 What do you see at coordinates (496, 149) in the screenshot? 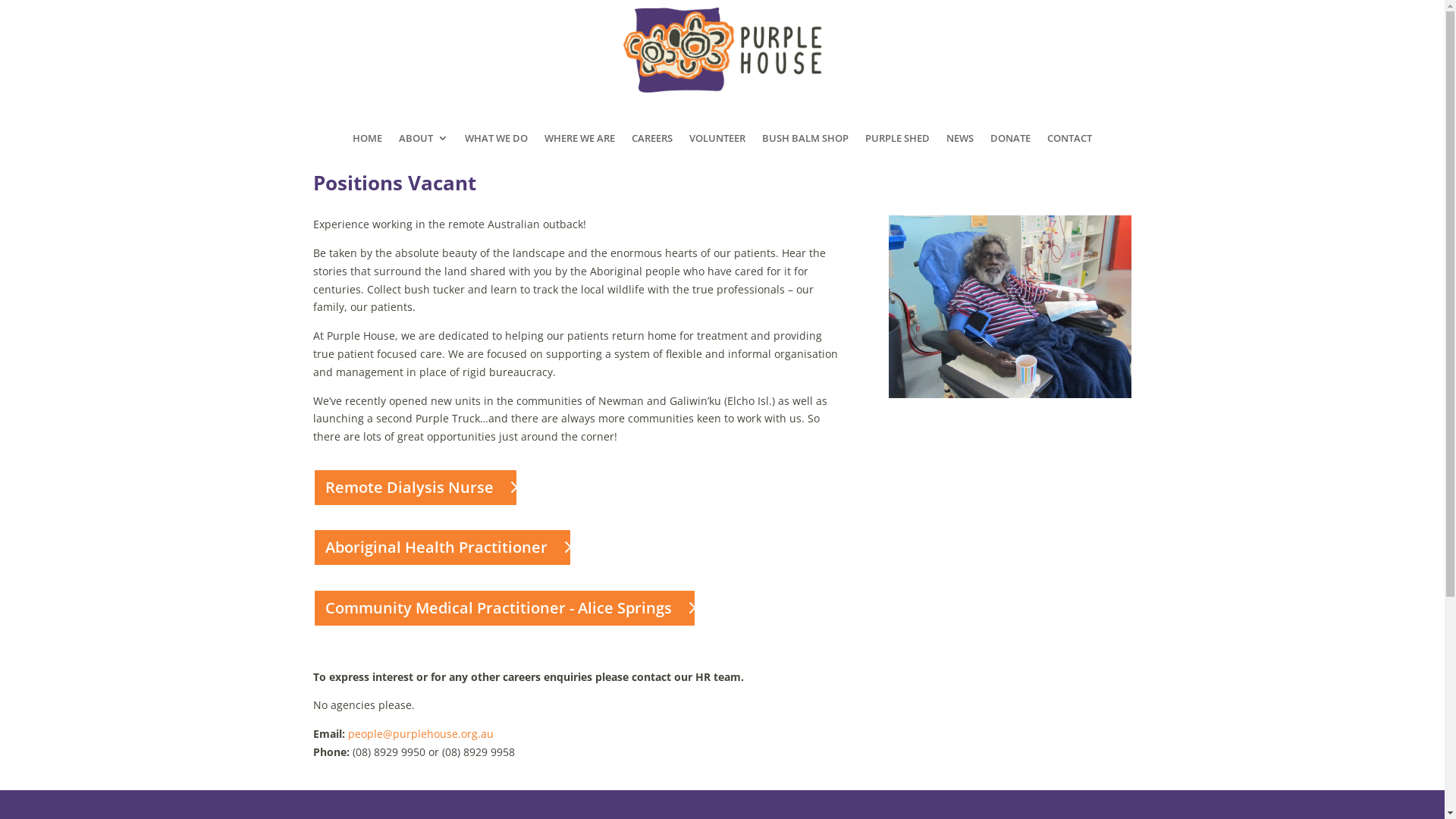
I see `'WHAT WE DO'` at bounding box center [496, 149].